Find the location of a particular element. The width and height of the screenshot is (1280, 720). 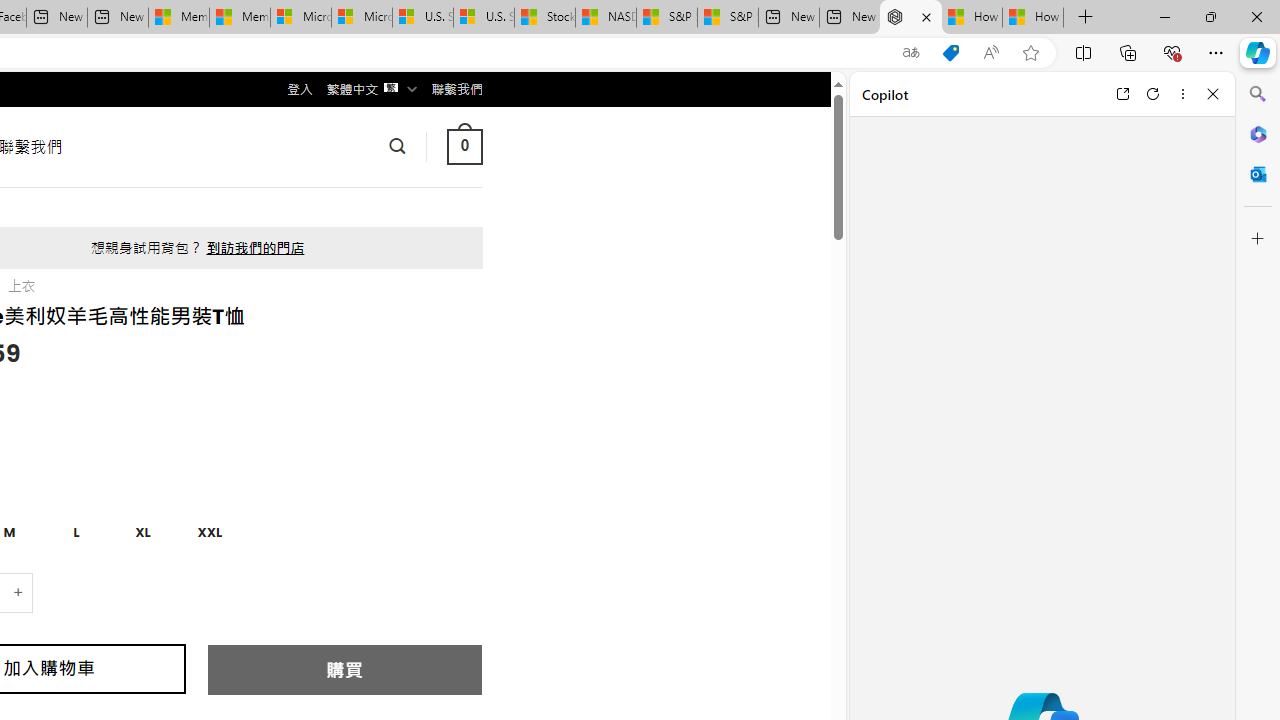

'Microsoft 365' is located at coordinates (1257, 133).